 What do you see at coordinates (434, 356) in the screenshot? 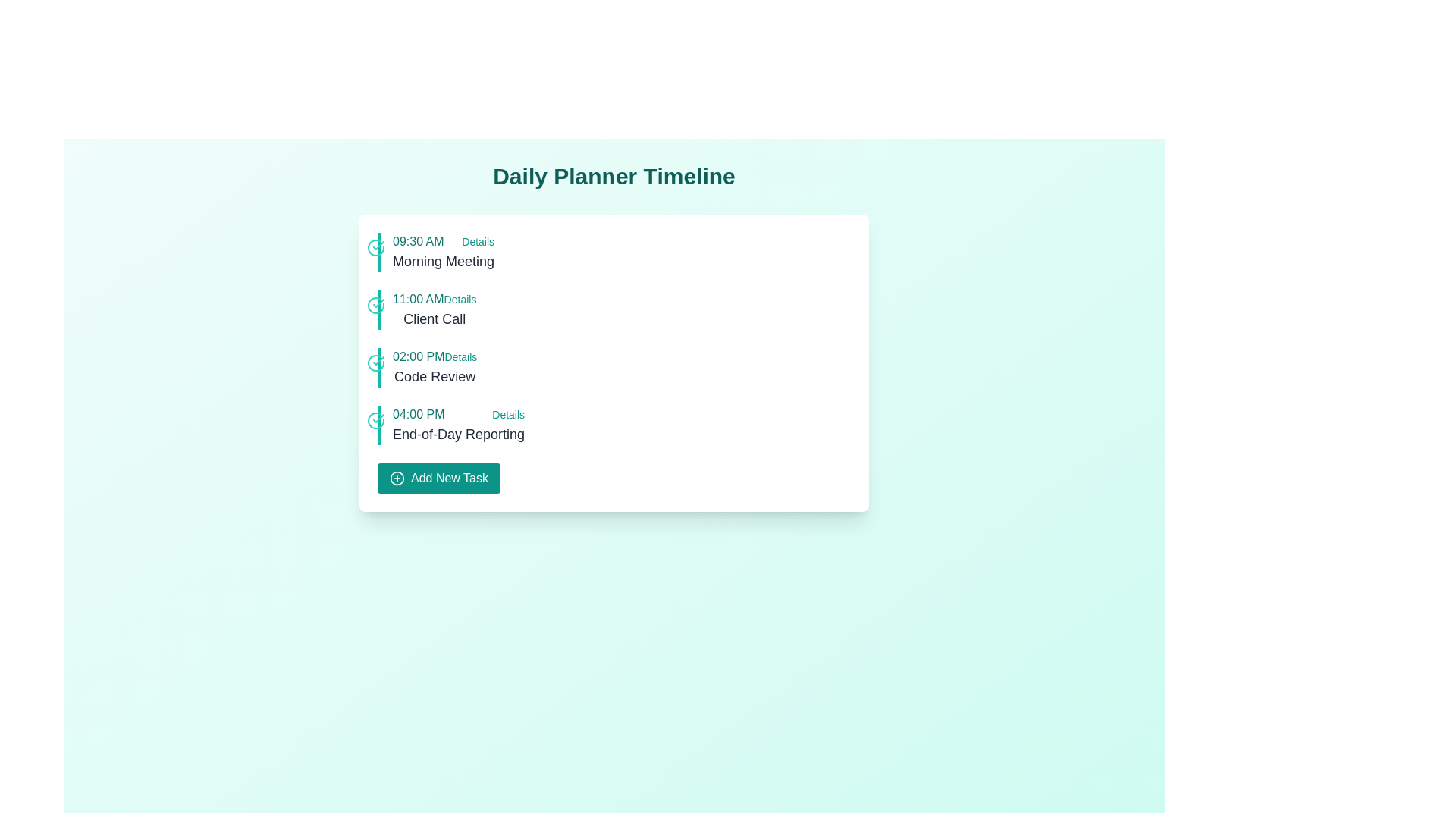
I see `the 'Details' text in the timeline interface, which is part of the third entry displaying '02:00 PM' on the left and 'Details' on the right` at bounding box center [434, 356].